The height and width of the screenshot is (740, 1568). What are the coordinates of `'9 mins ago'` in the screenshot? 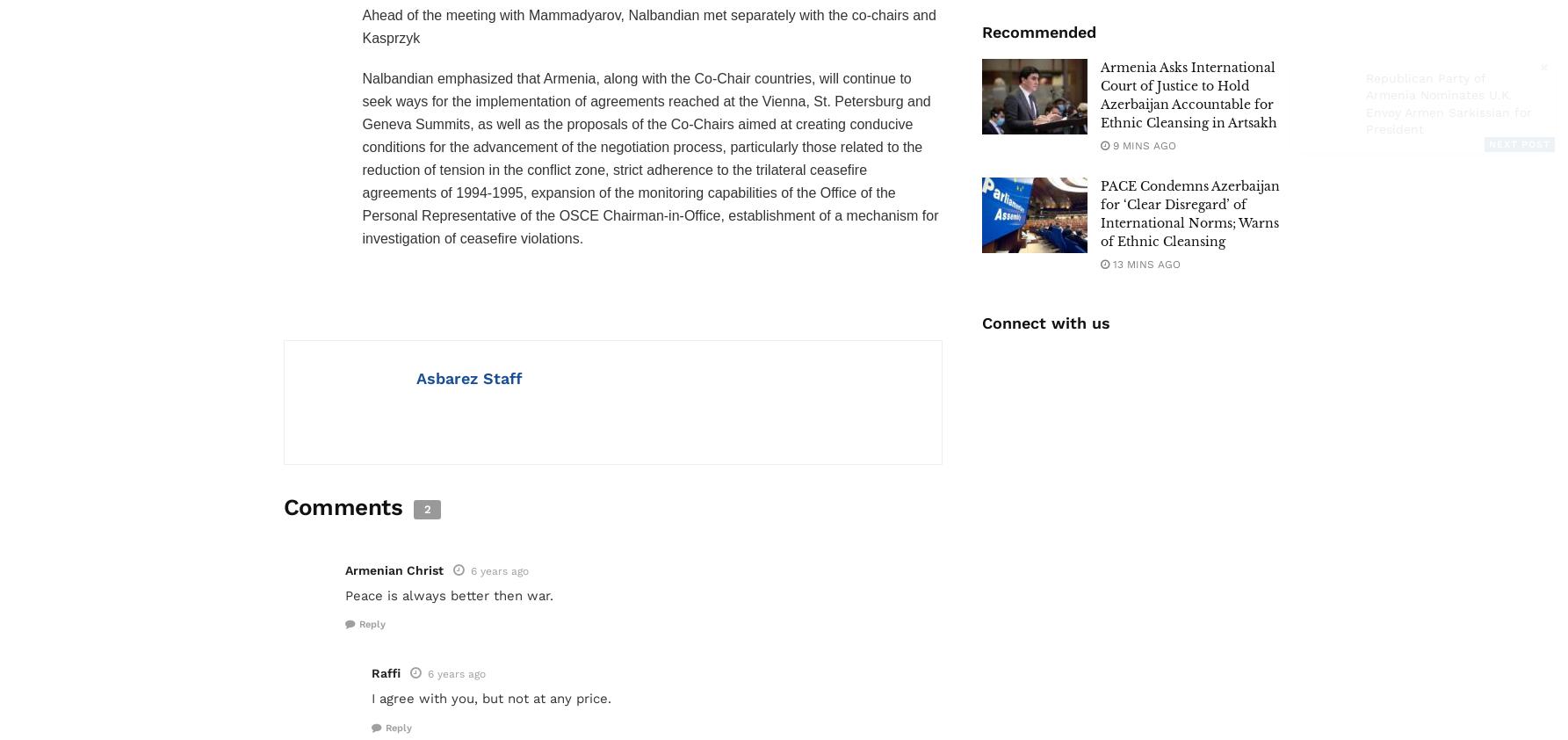 It's located at (1142, 144).